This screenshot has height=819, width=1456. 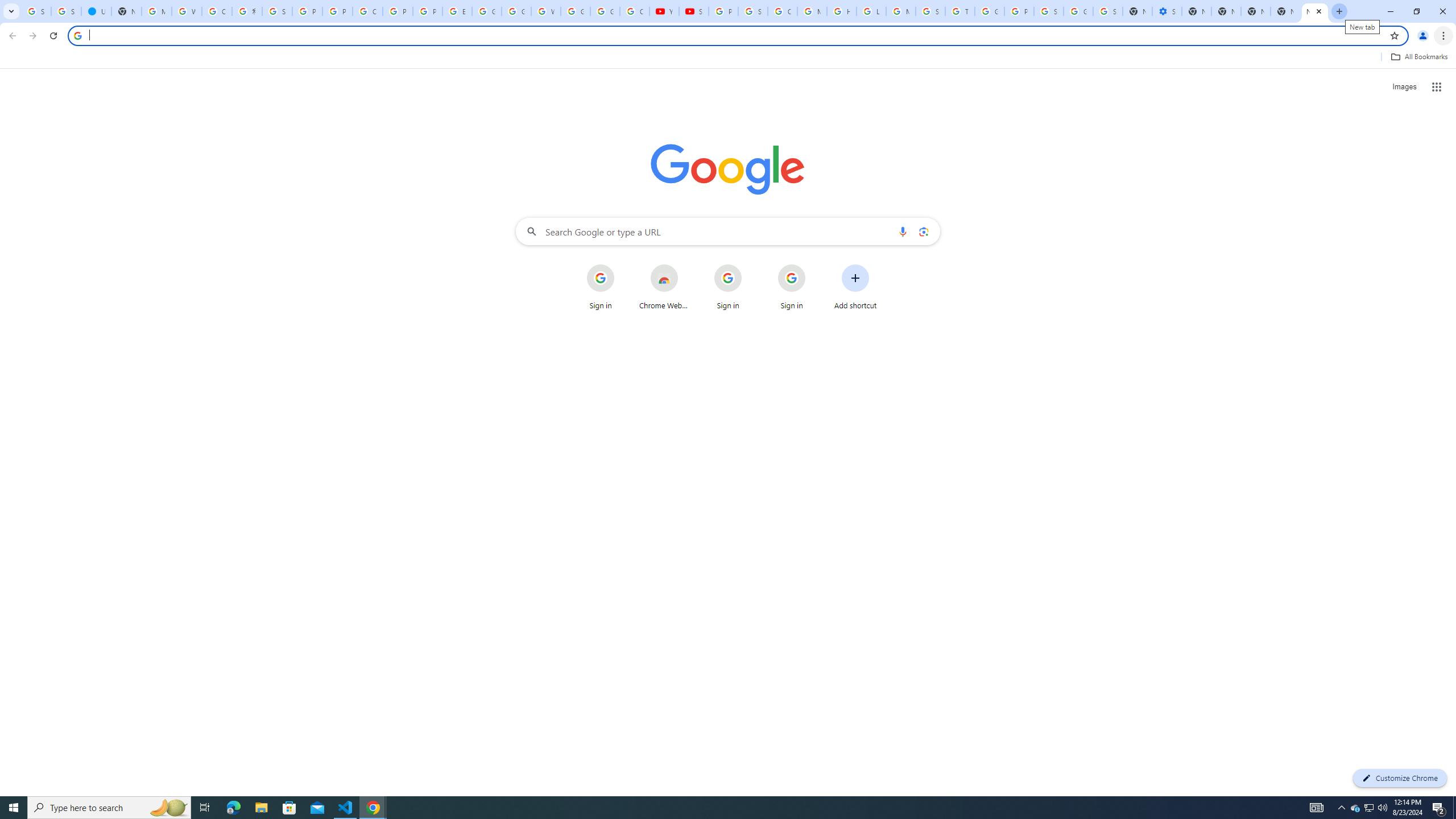 What do you see at coordinates (959, 11) in the screenshot?
I see `'Trusted Information and Content - Google Safety Center'` at bounding box center [959, 11].